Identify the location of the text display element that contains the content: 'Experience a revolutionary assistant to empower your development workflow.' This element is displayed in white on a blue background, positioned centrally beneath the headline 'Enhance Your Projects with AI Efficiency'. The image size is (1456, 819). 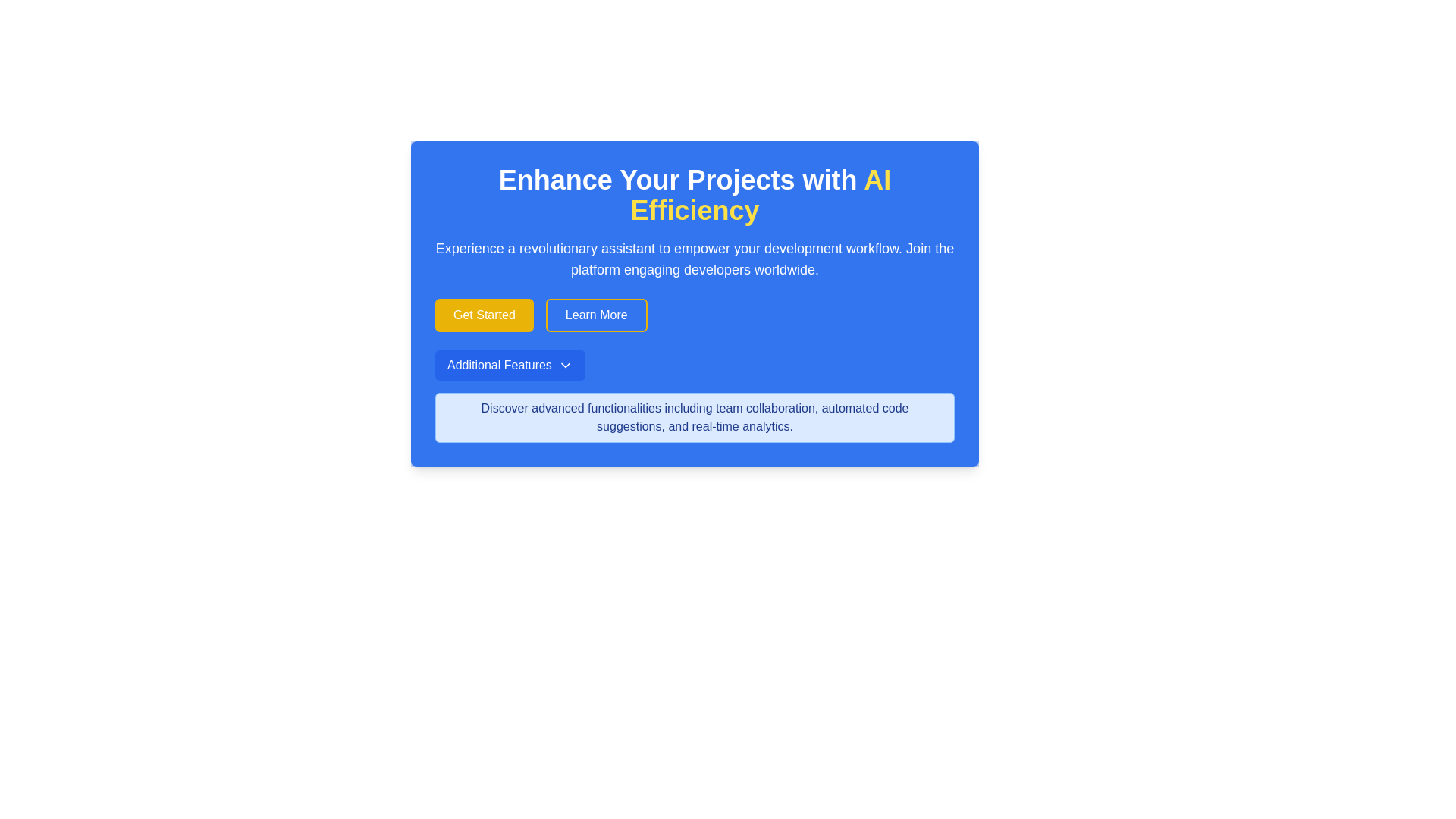
(694, 259).